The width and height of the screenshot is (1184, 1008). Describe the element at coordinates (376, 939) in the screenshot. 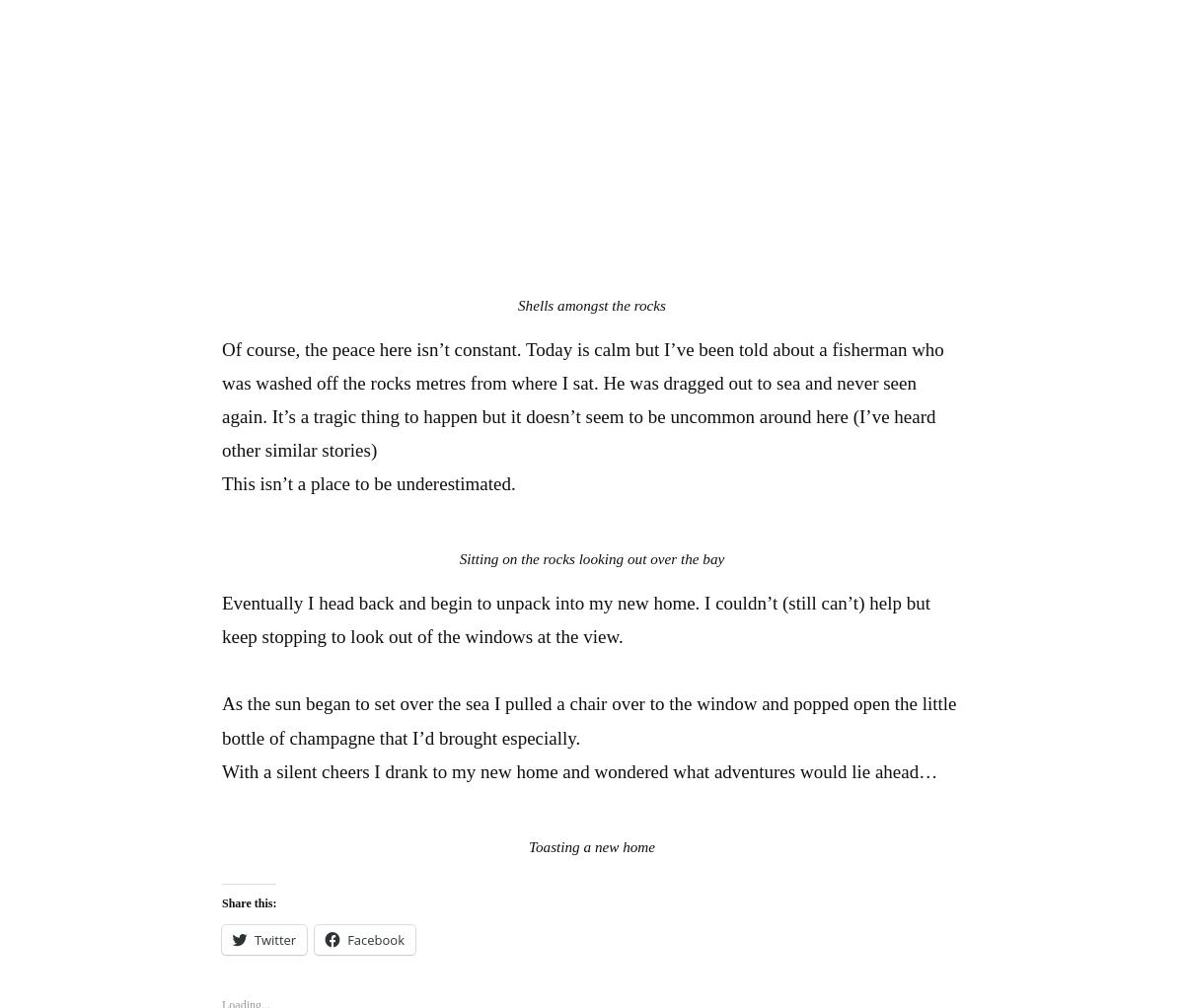

I see `'Facebook'` at that location.